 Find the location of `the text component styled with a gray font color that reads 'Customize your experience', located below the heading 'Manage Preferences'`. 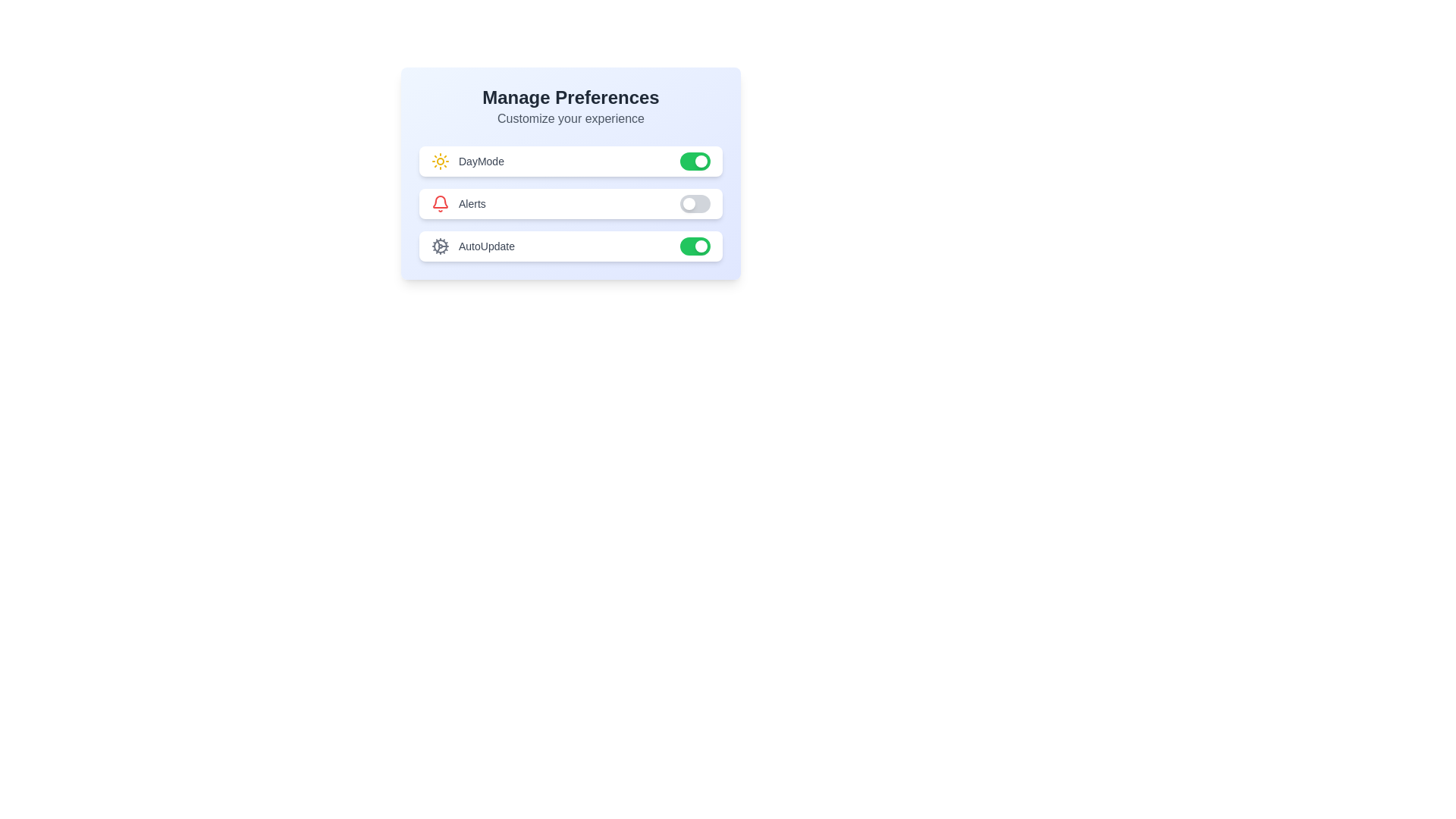

the text component styled with a gray font color that reads 'Customize your experience', located below the heading 'Manage Preferences' is located at coordinates (570, 118).